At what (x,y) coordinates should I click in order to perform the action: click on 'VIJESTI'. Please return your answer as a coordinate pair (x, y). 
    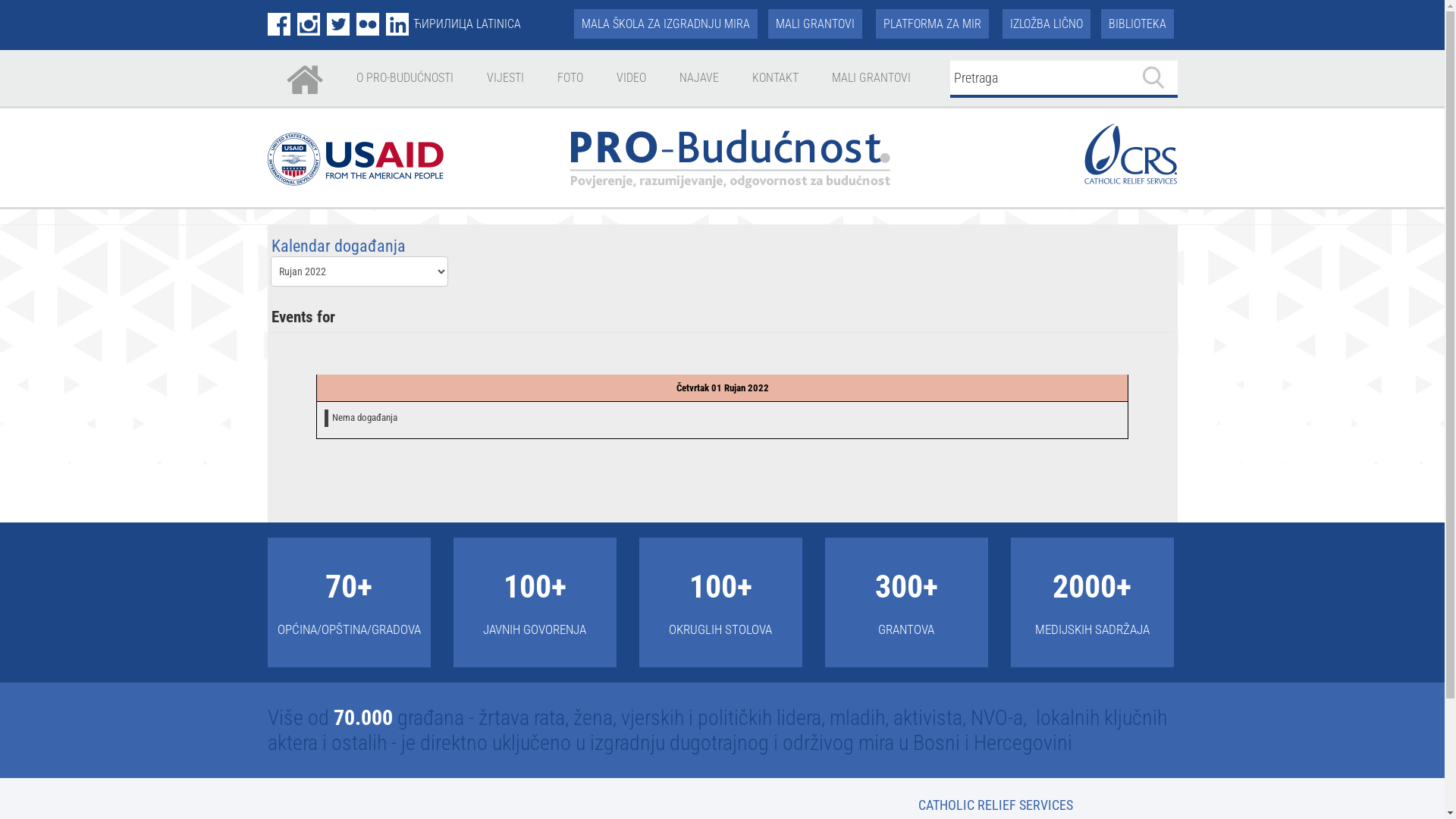
    Looking at the image, I should click on (504, 78).